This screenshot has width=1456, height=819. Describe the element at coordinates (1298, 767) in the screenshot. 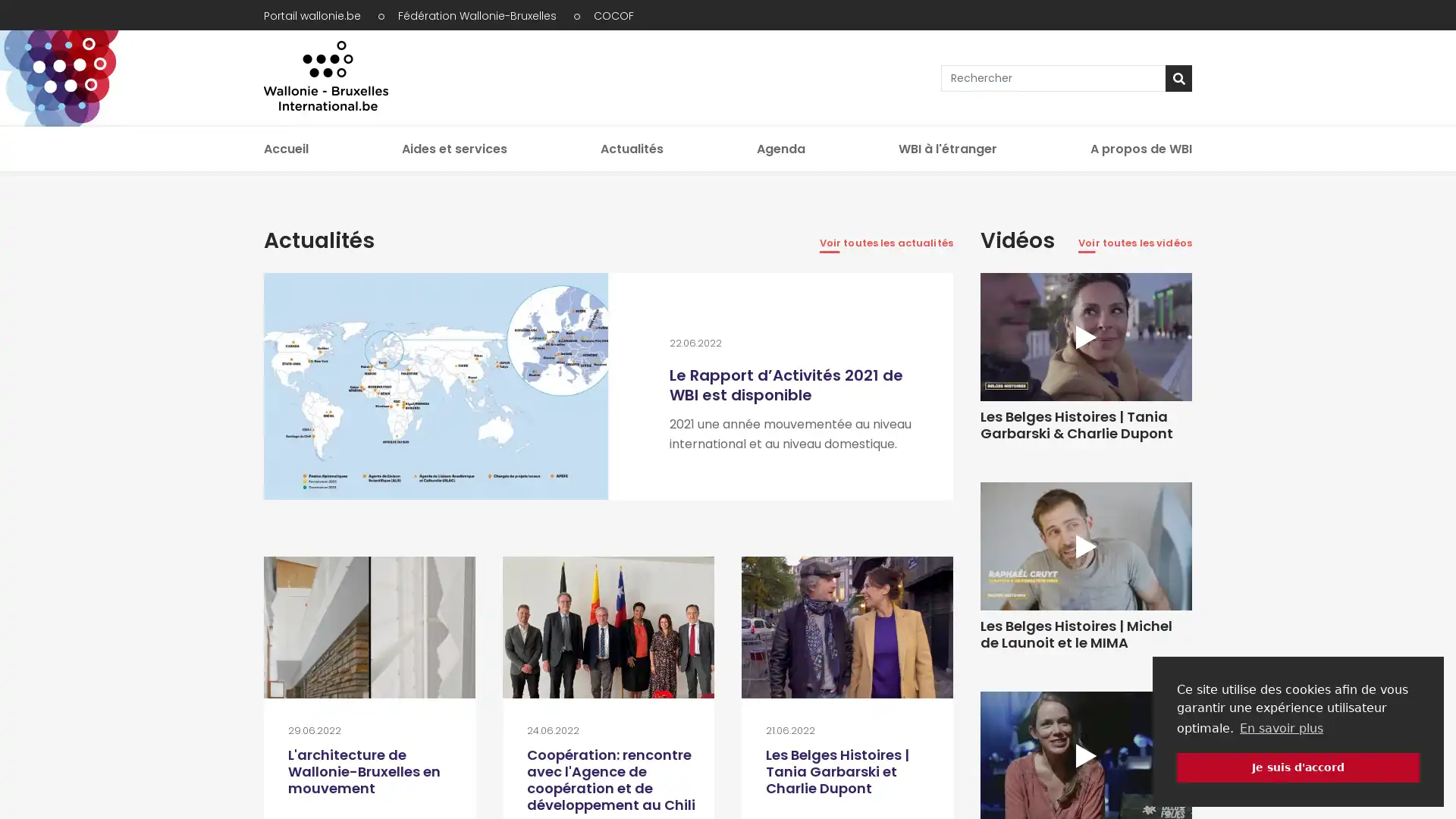

I see `dismiss cookie message` at that location.